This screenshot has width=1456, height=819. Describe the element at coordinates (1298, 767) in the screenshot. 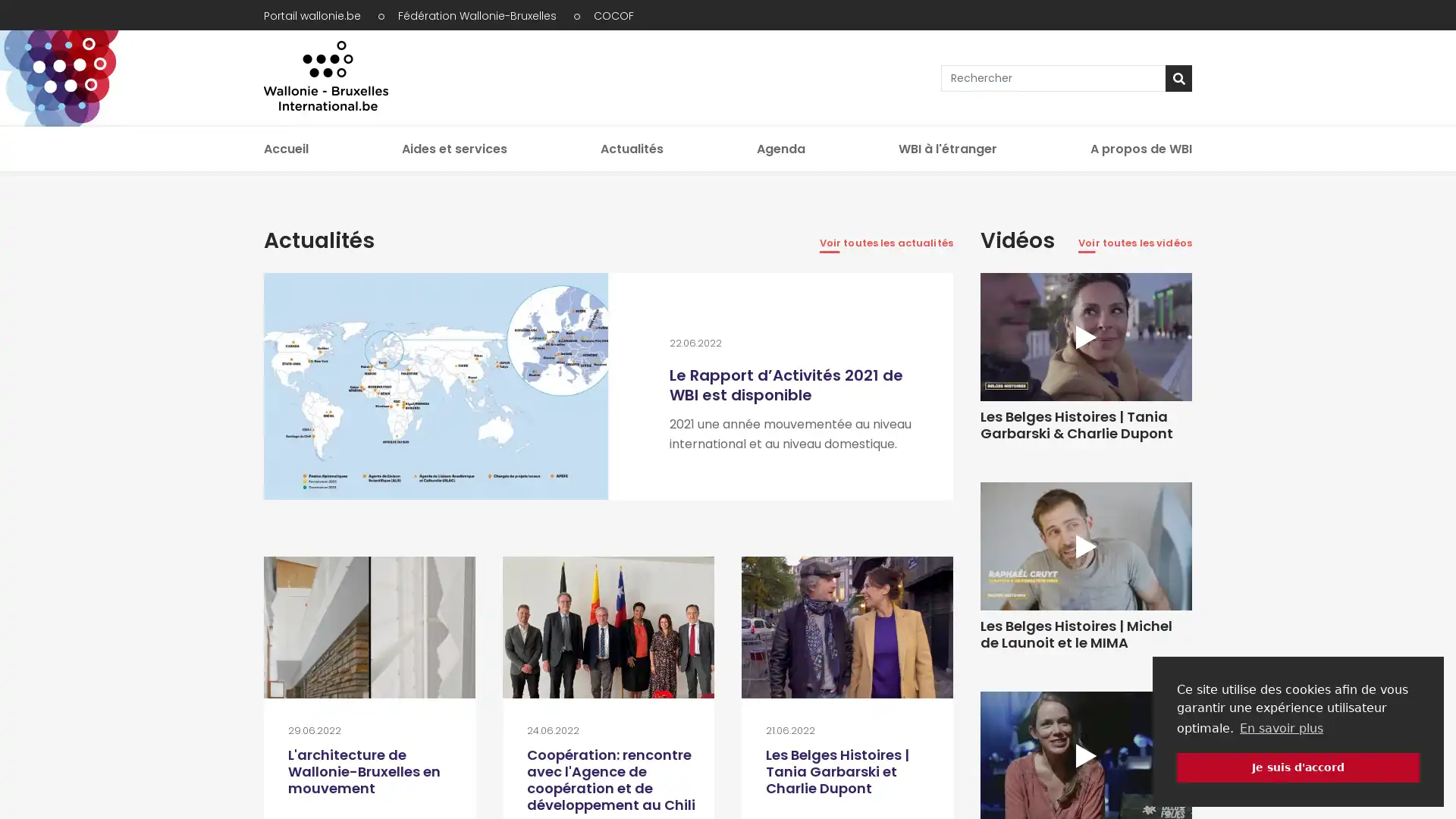

I see `dismiss cookie message` at that location.